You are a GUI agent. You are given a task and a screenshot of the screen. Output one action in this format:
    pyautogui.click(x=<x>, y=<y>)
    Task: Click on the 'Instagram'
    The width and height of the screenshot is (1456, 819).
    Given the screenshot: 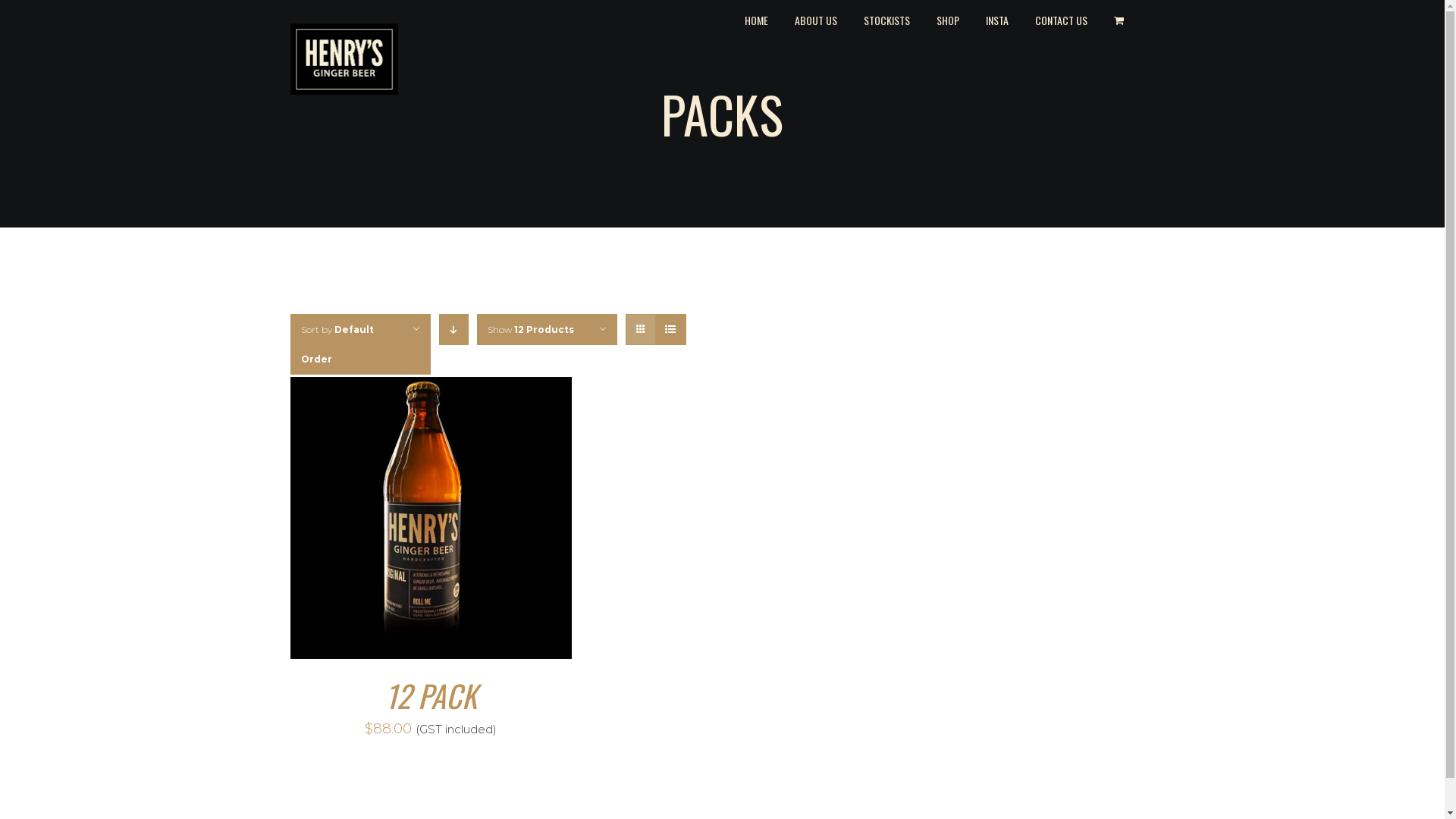 What is the action you would take?
    pyautogui.click(x=739, y=617)
    